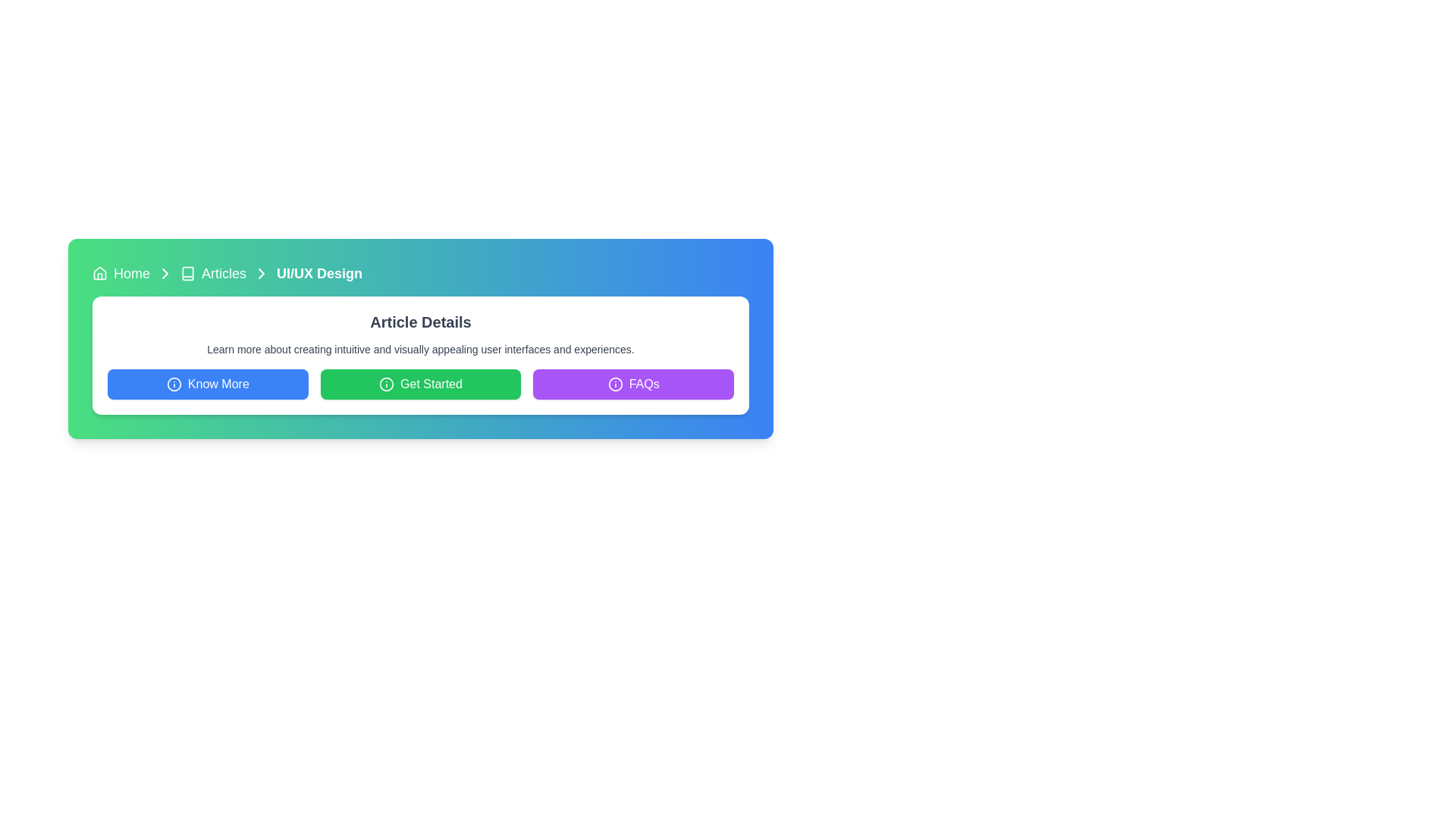 The height and width of the screenshot is (819, 1456). What do you see at coordinates (421, 321) in the screenshot?
I see `the Text Label that serves as the header or title of the content section, located towards the top of the inner content area, directly above a descriptive paragraph and a grid of action buttons` at bounding box center [421, 321].